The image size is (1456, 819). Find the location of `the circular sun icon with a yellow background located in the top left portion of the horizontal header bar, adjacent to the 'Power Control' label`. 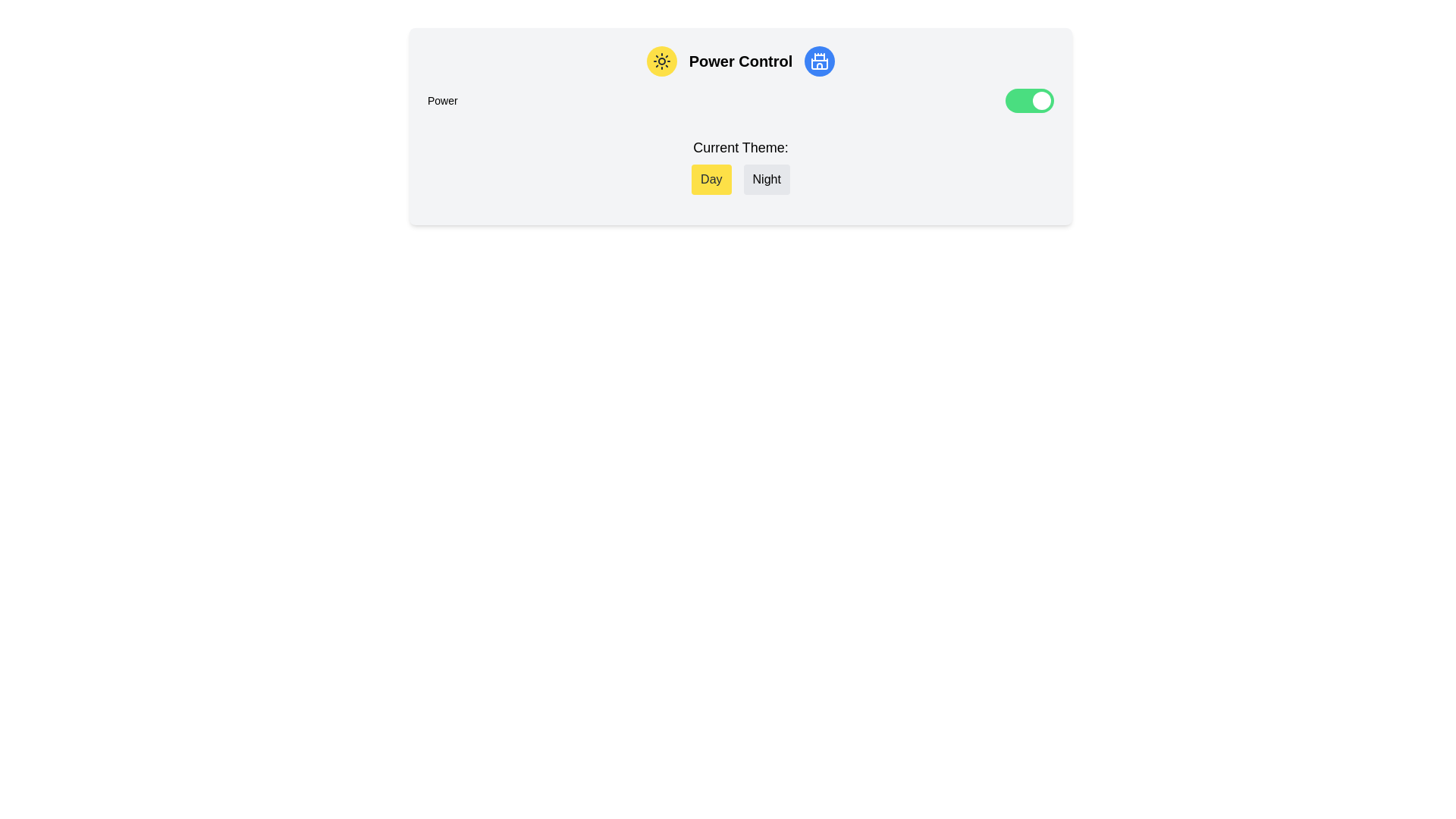

the circular sun icon with a yellow background located in the top left portion of the horizontal header bar, adjacent to the 'Power Control' label is located at coordinates (661, 61).